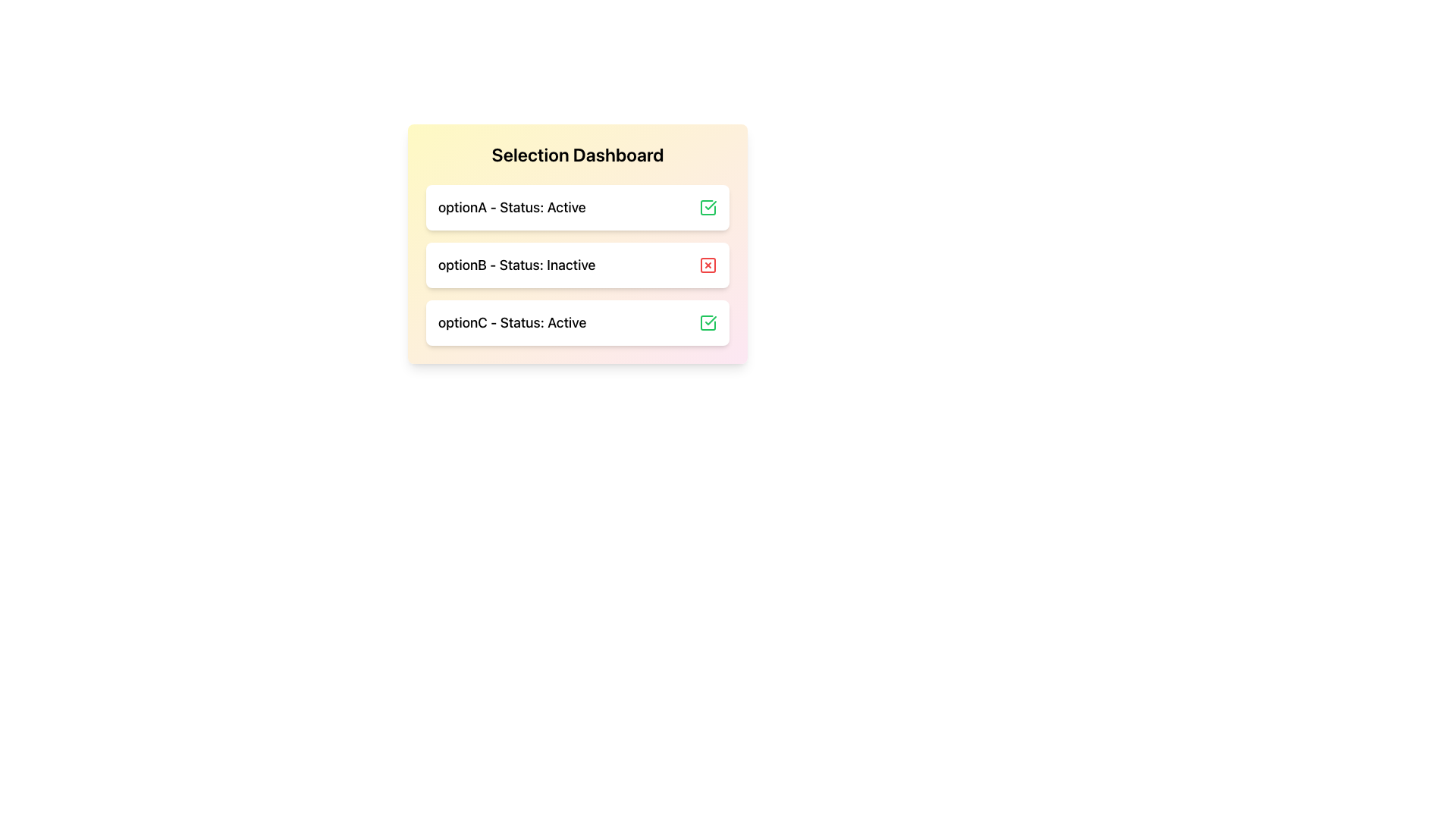  What do you see at coordinates (577, 207) in the screenshot?
I see `the interactive card representing 'optionA' with a green checkmark icon` at bounding box center [577, 207].